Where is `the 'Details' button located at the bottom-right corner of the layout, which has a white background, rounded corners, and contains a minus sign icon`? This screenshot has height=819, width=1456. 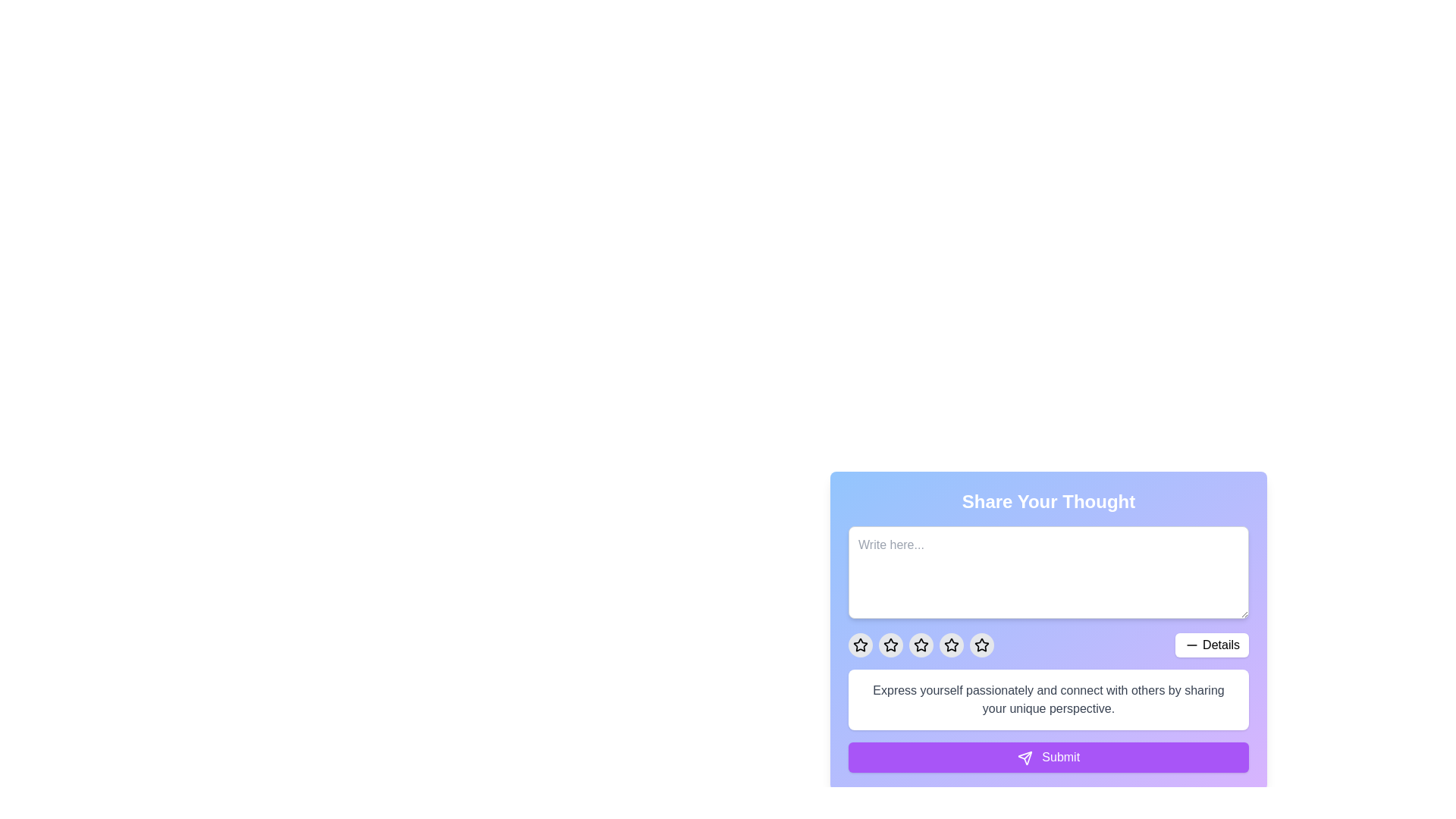
the 'Details' button located at the bottom-right corner of the layout, which has a white background, rounded corners, and contains a minus sign icon is located at coordinates (1211, 645).